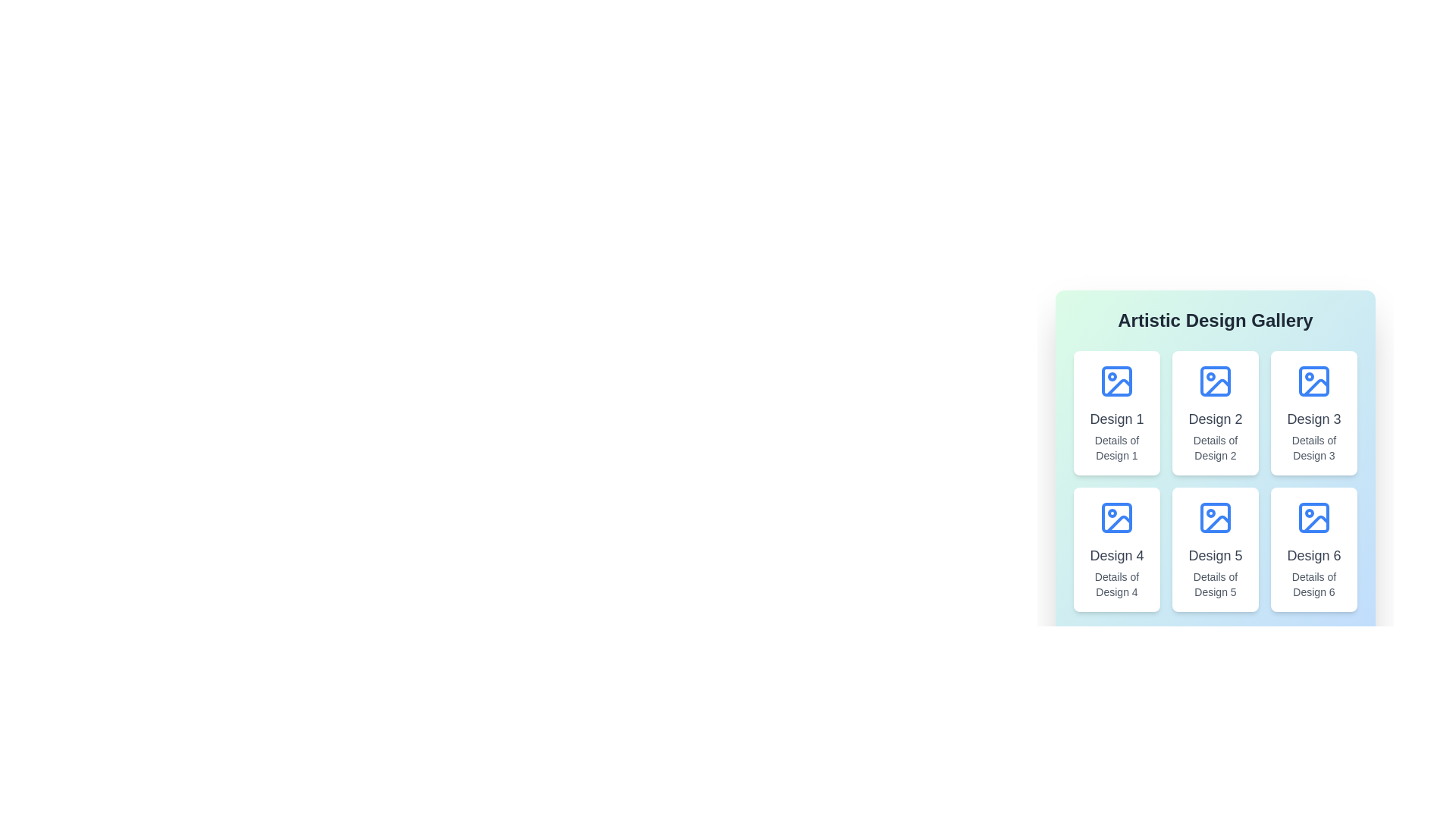 The height and width of the screenshot is (819, 1456). What do you see at coordinates (1216, 419) in the screenshot?
I see `the Text Label that serves as the title or identifier for its corresponding design entry, located in the first row and middle column of a grid layout` at bounding box center [1216, 419].